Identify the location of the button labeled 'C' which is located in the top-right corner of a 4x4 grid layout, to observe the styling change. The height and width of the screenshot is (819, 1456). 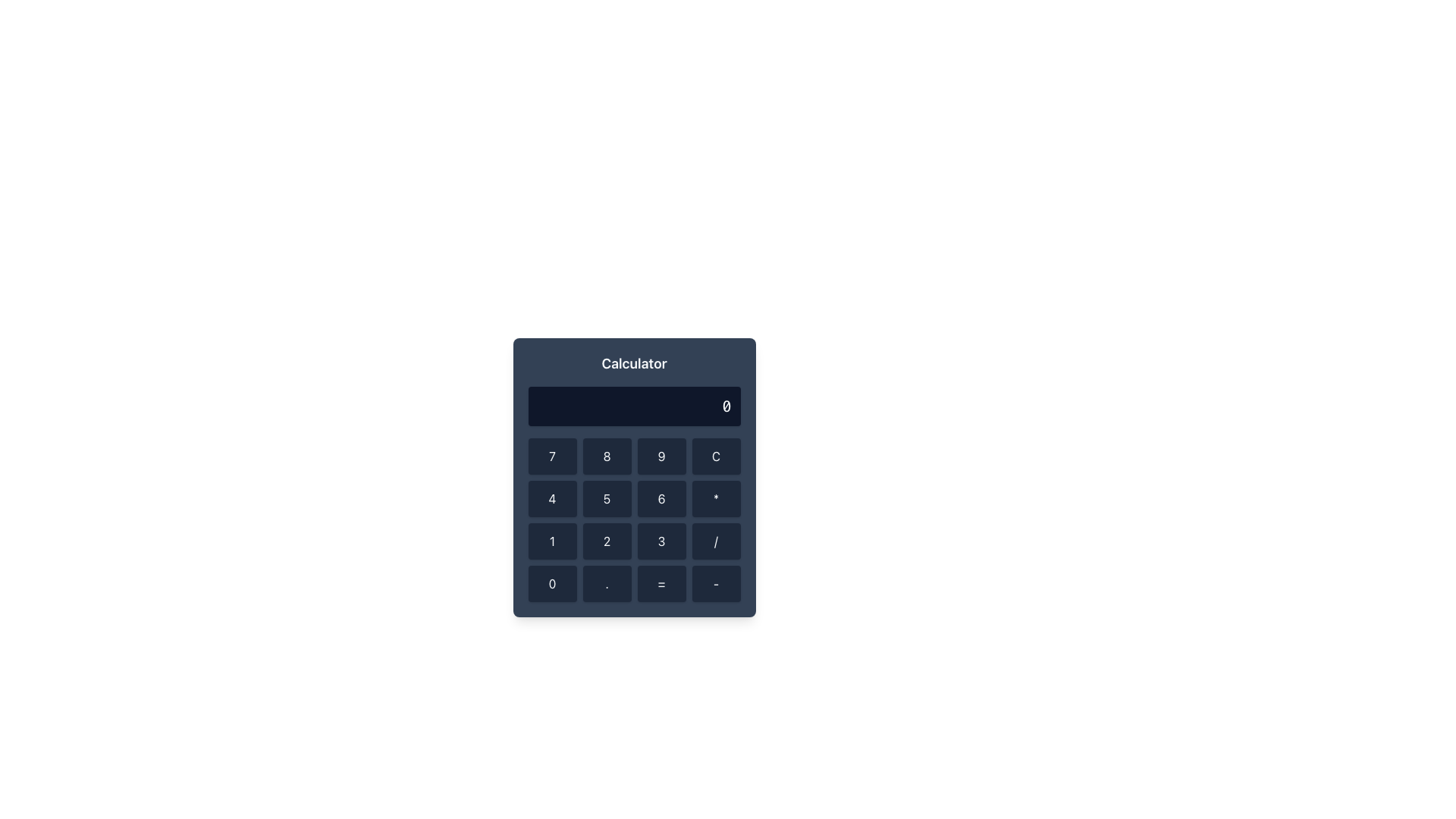
(715, 455).